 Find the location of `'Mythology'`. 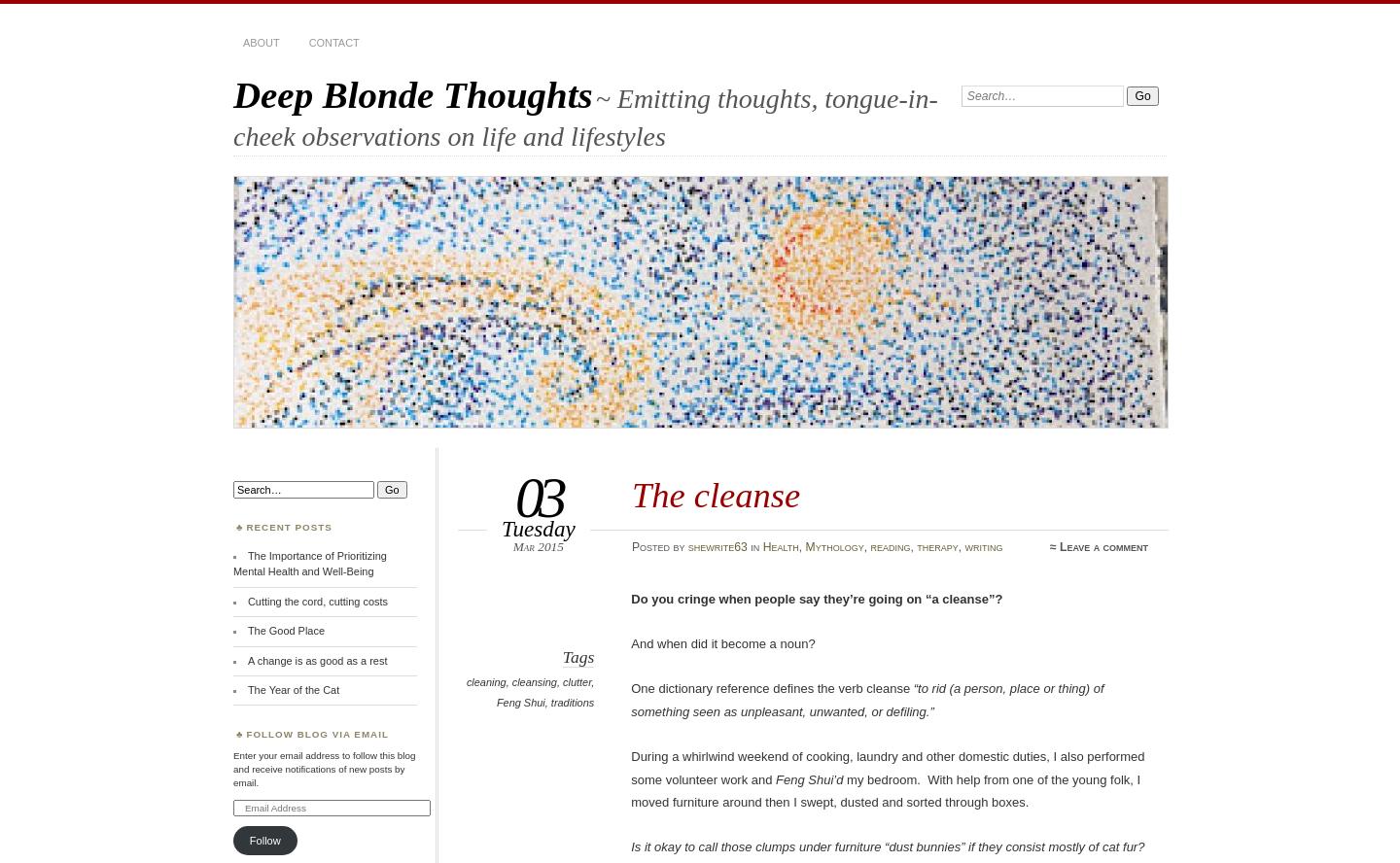

'Mythology' is located at coordinates (804, 546).